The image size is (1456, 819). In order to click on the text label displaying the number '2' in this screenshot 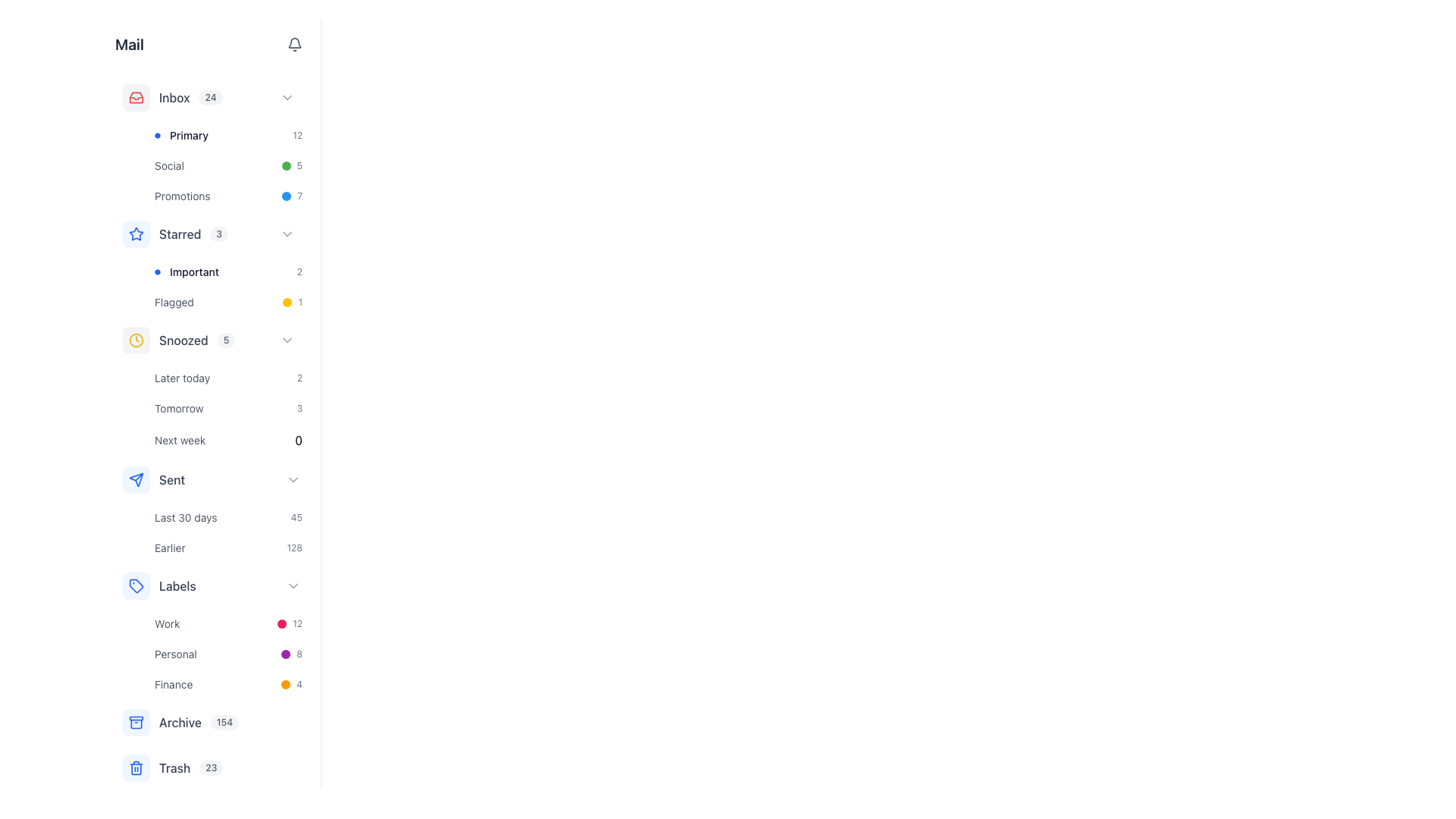, I will do `click(300, 271)`.